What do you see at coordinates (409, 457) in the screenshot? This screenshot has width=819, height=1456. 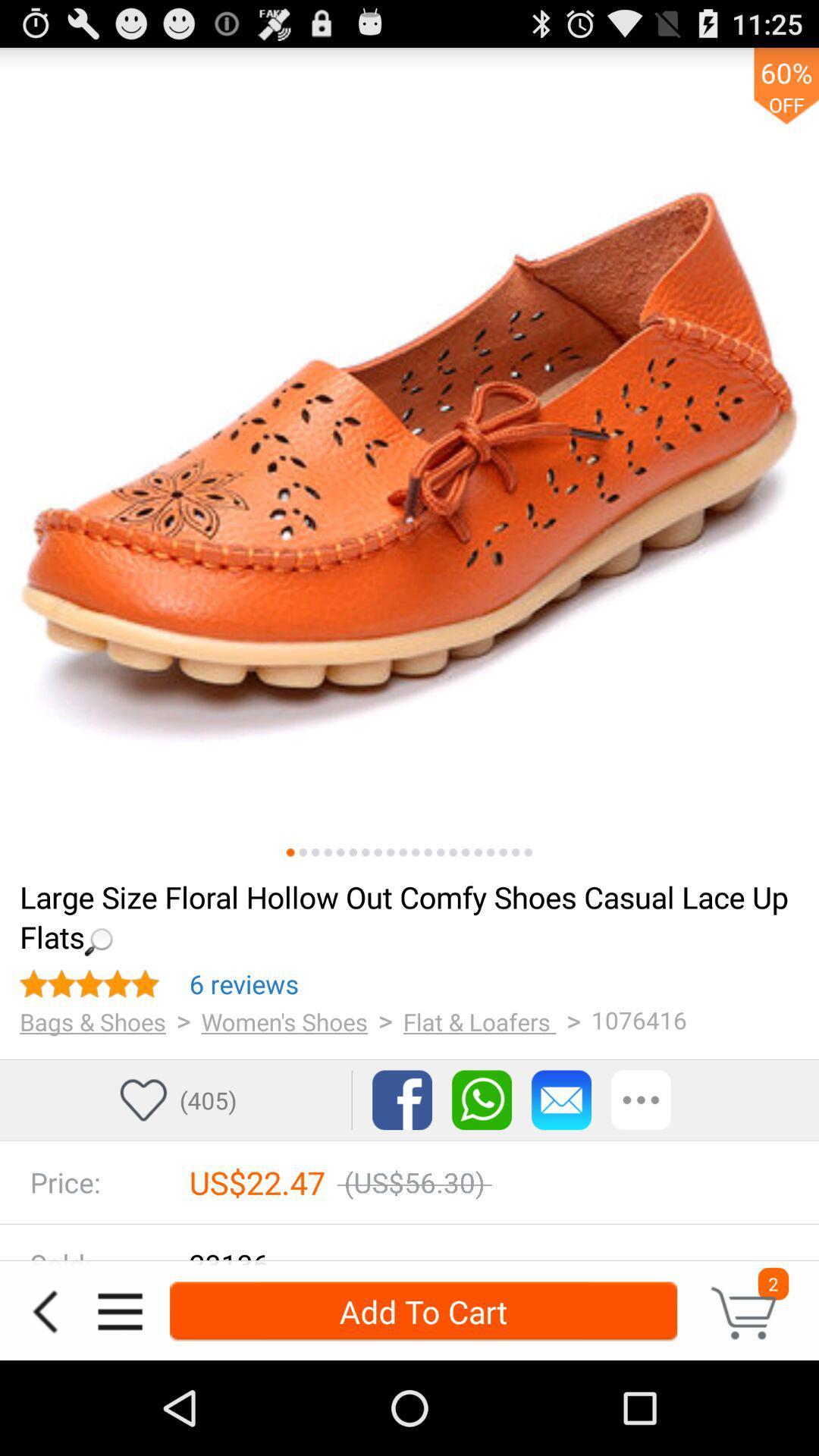 I see `product view` at bounding box center [409, 457].